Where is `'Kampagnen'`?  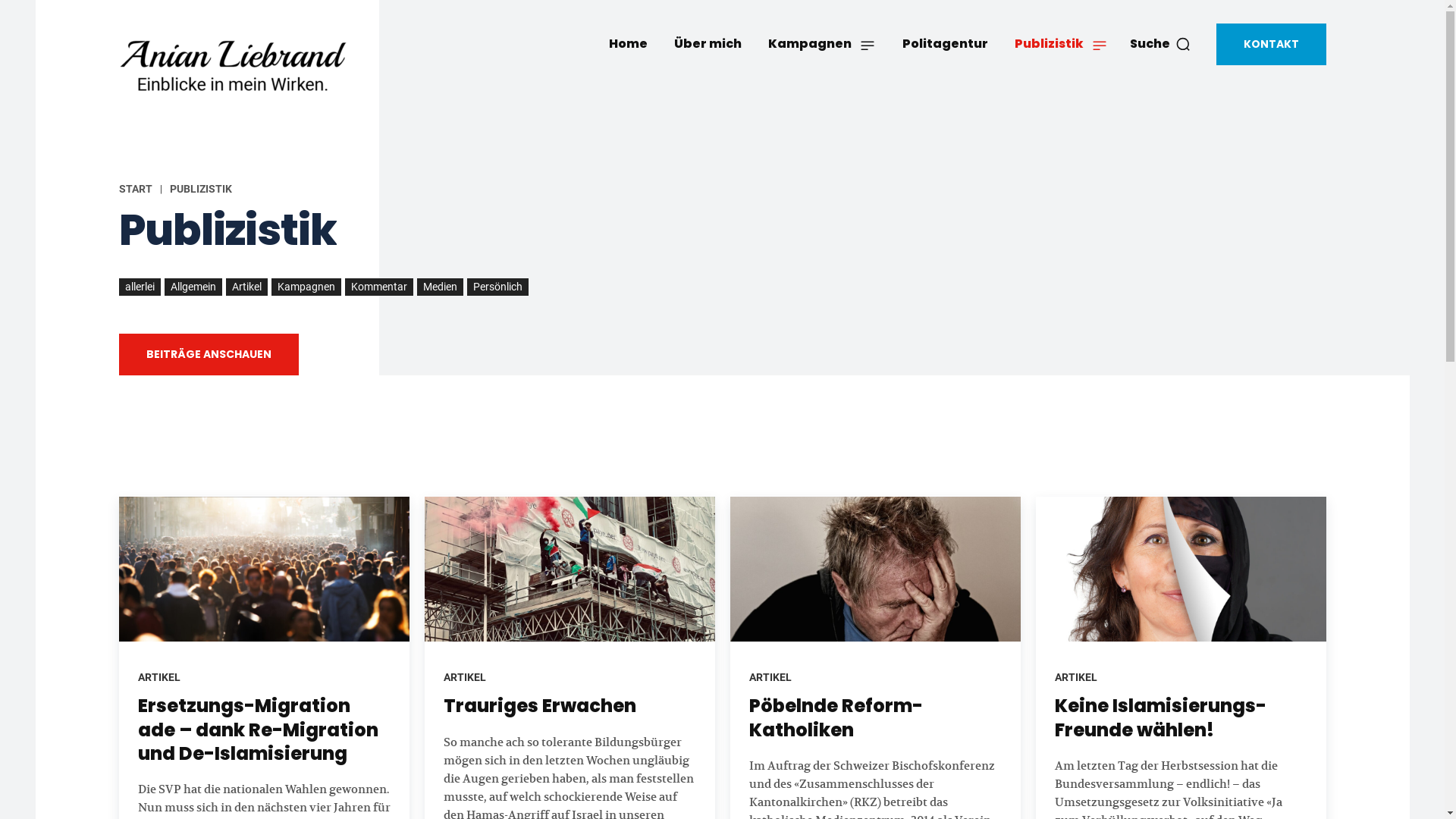
'Kampagnen' is located at coordinates (305, 287).